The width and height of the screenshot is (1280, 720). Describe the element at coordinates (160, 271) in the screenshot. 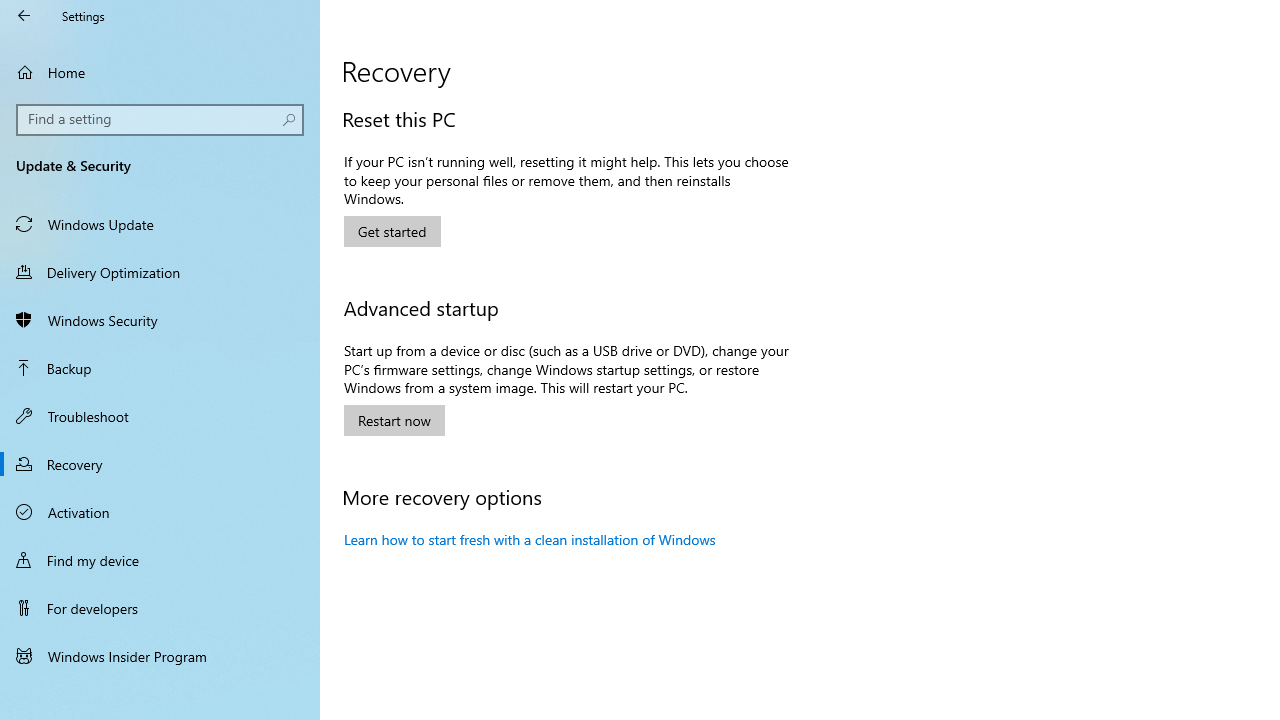

I see `'Delivery Optimization'` at that location.